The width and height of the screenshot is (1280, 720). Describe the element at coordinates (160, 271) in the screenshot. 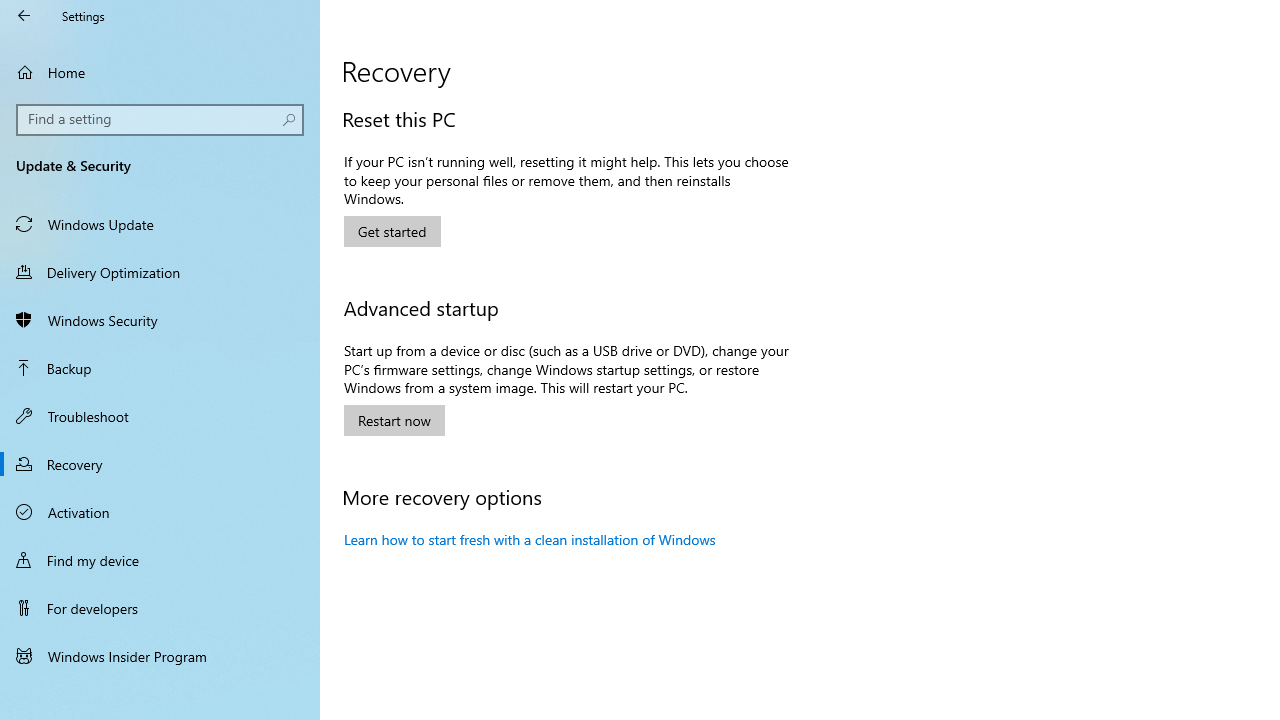

I see `'Delivery Optimization'` at that location.